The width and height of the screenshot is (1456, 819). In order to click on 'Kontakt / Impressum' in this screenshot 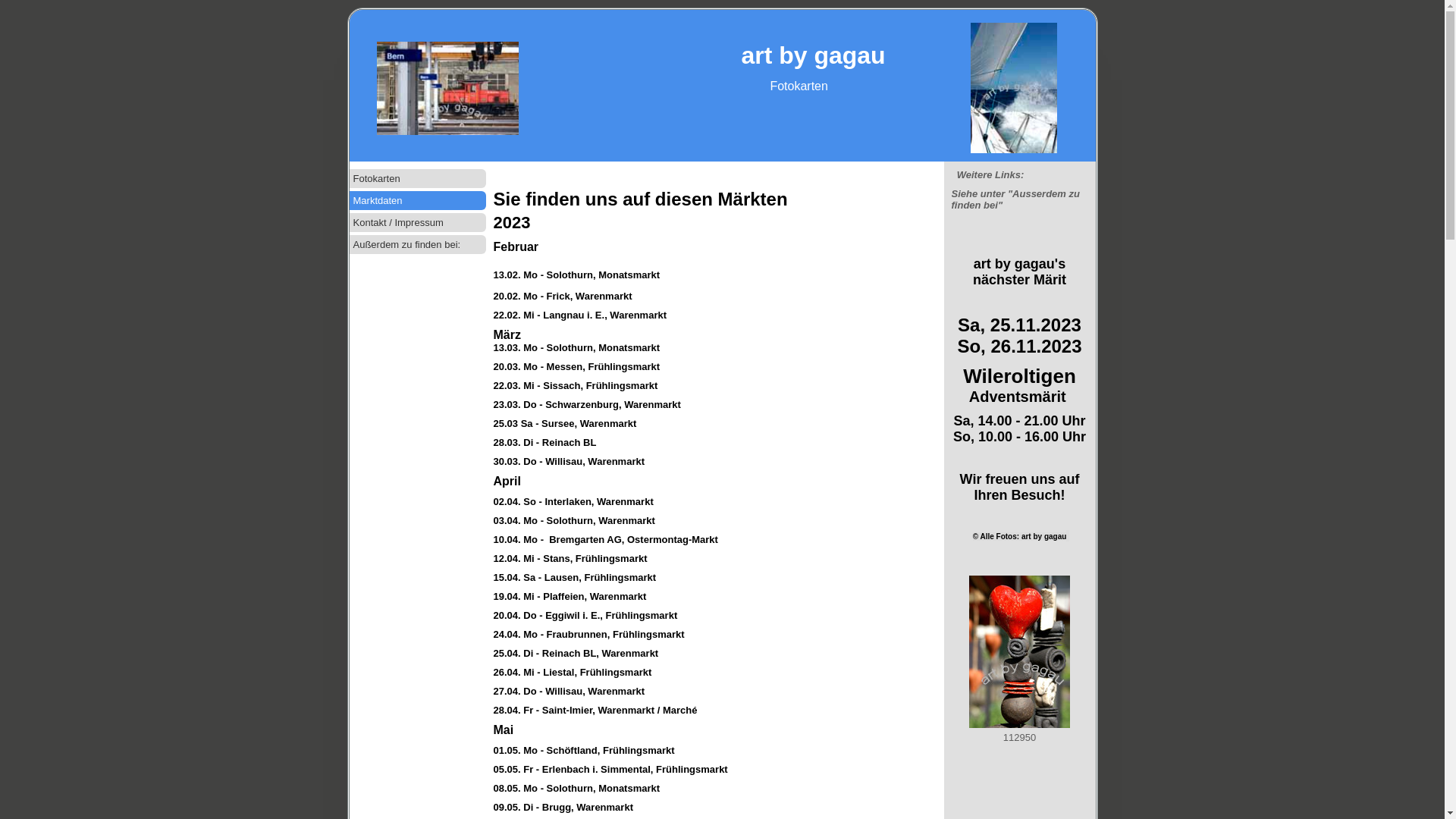, I will do `click(348, 222)`.